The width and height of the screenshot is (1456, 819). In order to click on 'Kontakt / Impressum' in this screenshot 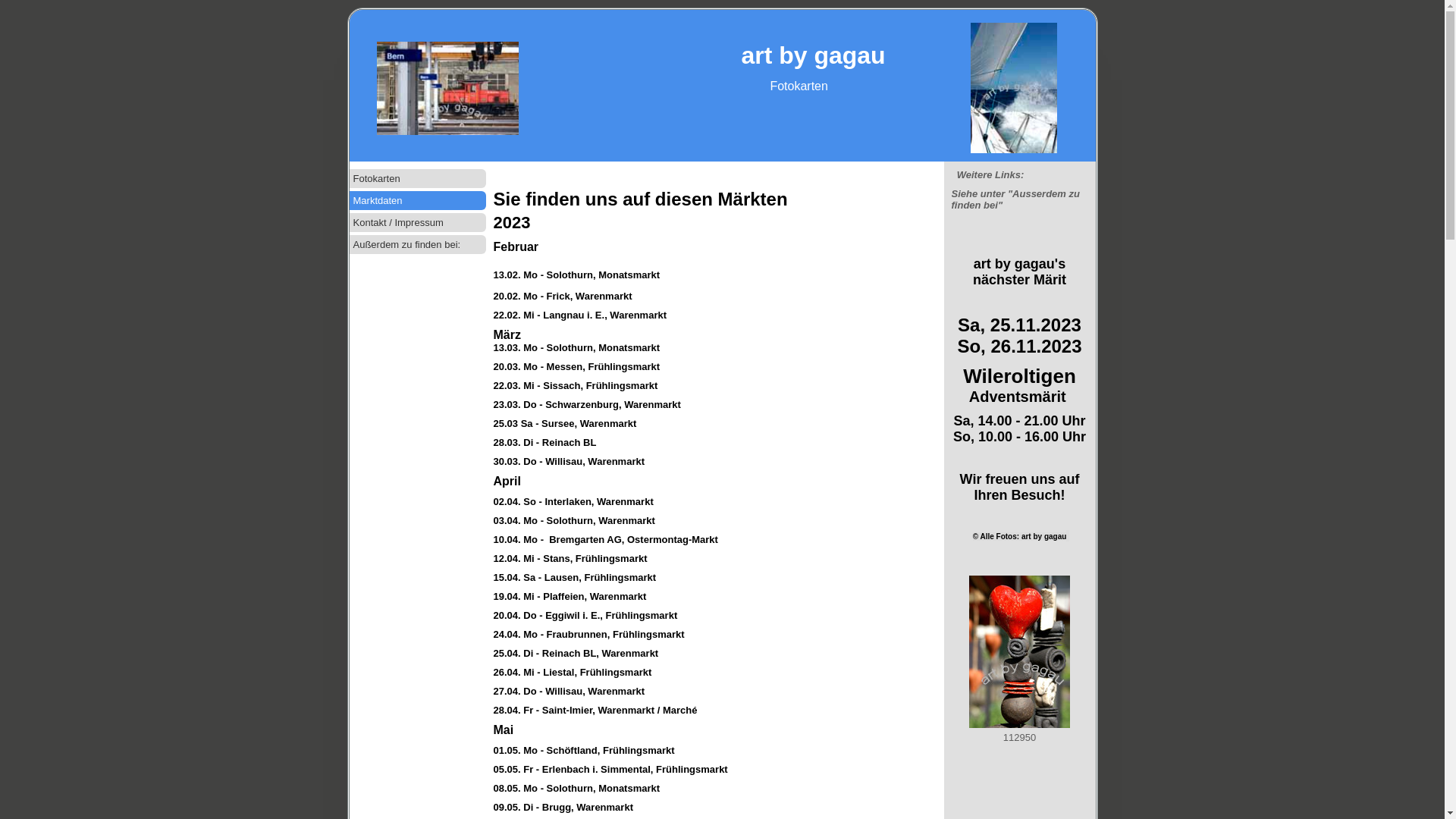, I will do `click(348, 222)`.